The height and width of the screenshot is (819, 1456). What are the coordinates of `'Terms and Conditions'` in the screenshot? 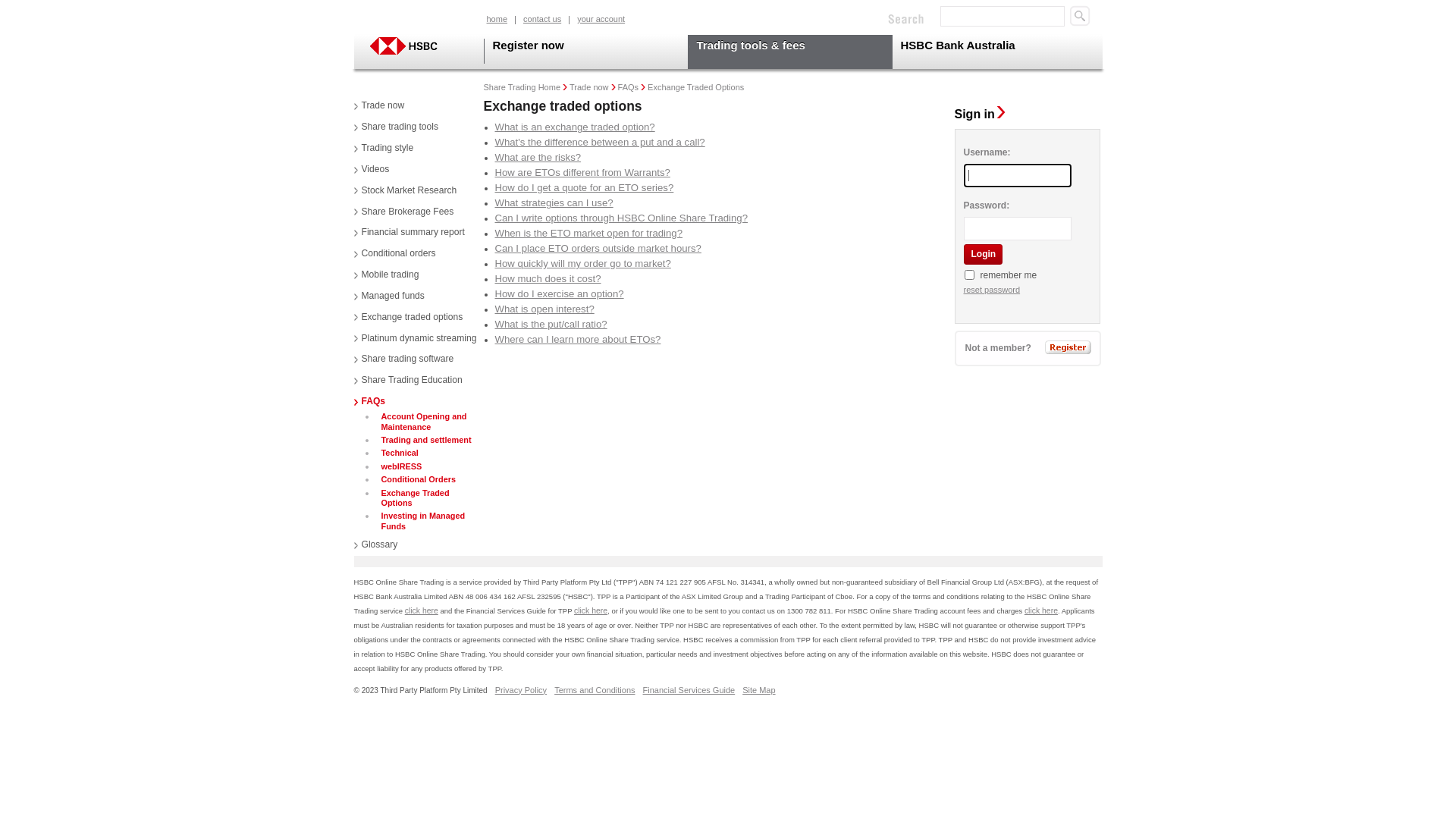 It's located at (553, 690).